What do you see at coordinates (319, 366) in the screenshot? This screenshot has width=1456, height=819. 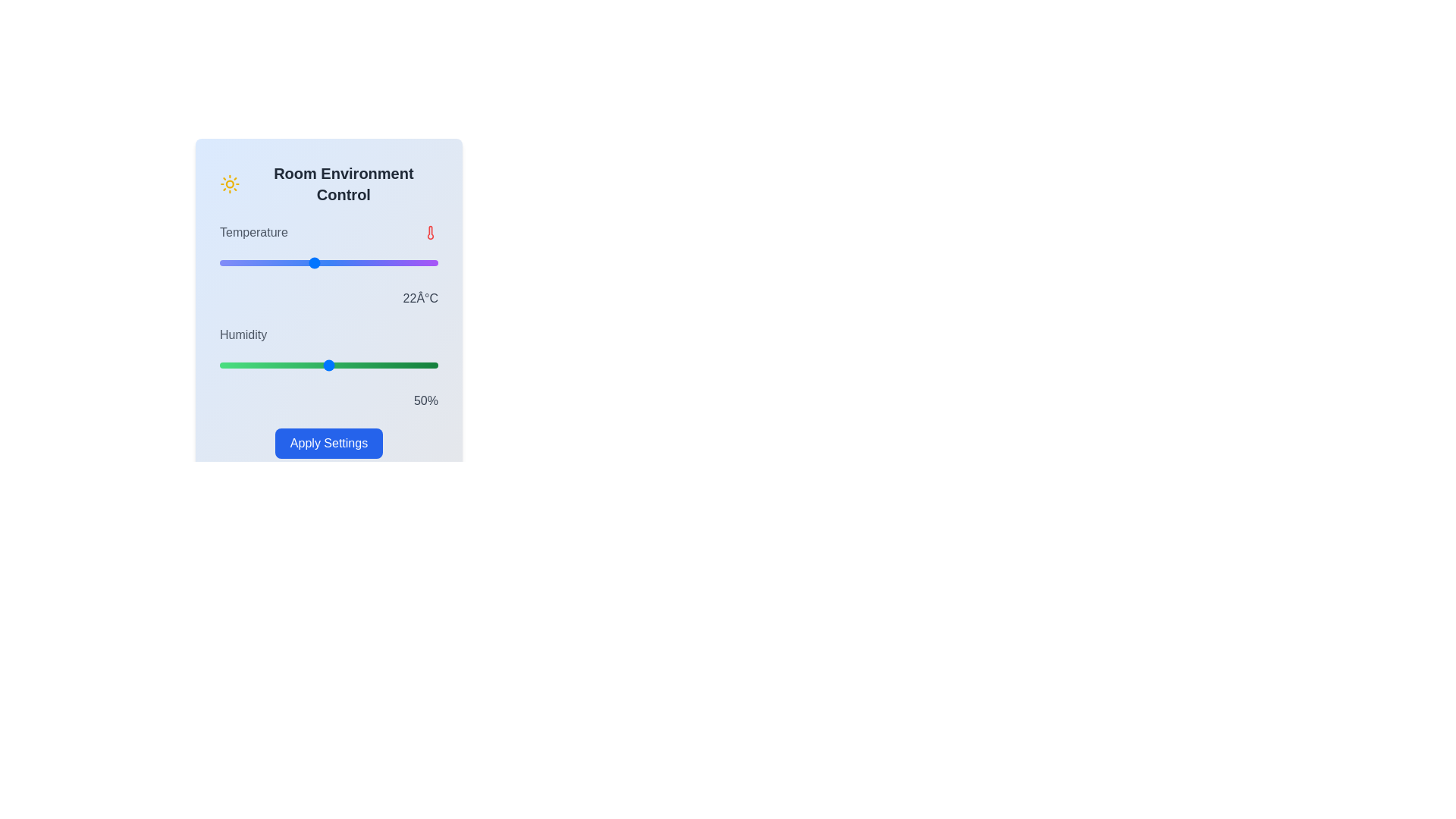 I see `the humidity slider to set the humidity to 46%` at bounding box center [319, 366].